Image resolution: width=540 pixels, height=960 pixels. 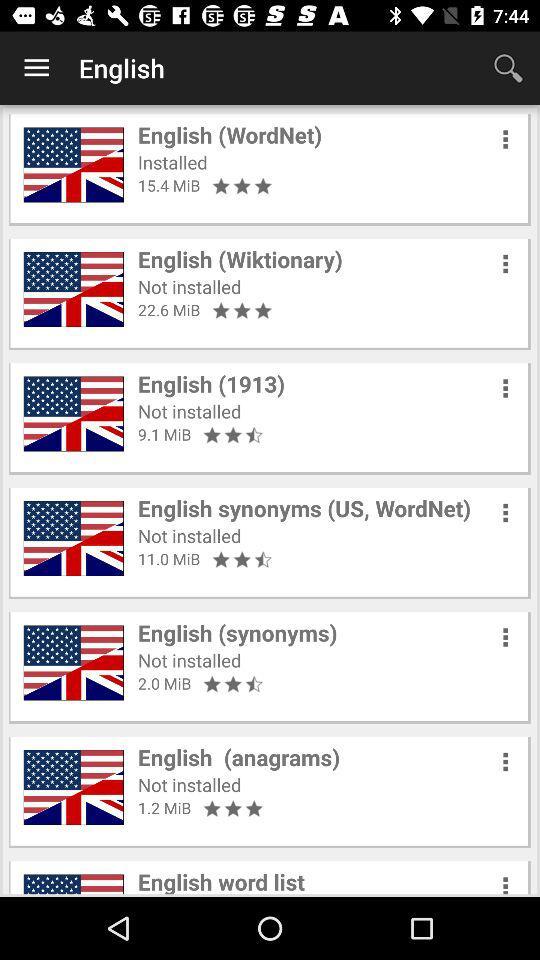 What do you see at coordinates (240, 258) in the screenshot?
I see `the icon above the not installed` at bounding box center [240, 258].